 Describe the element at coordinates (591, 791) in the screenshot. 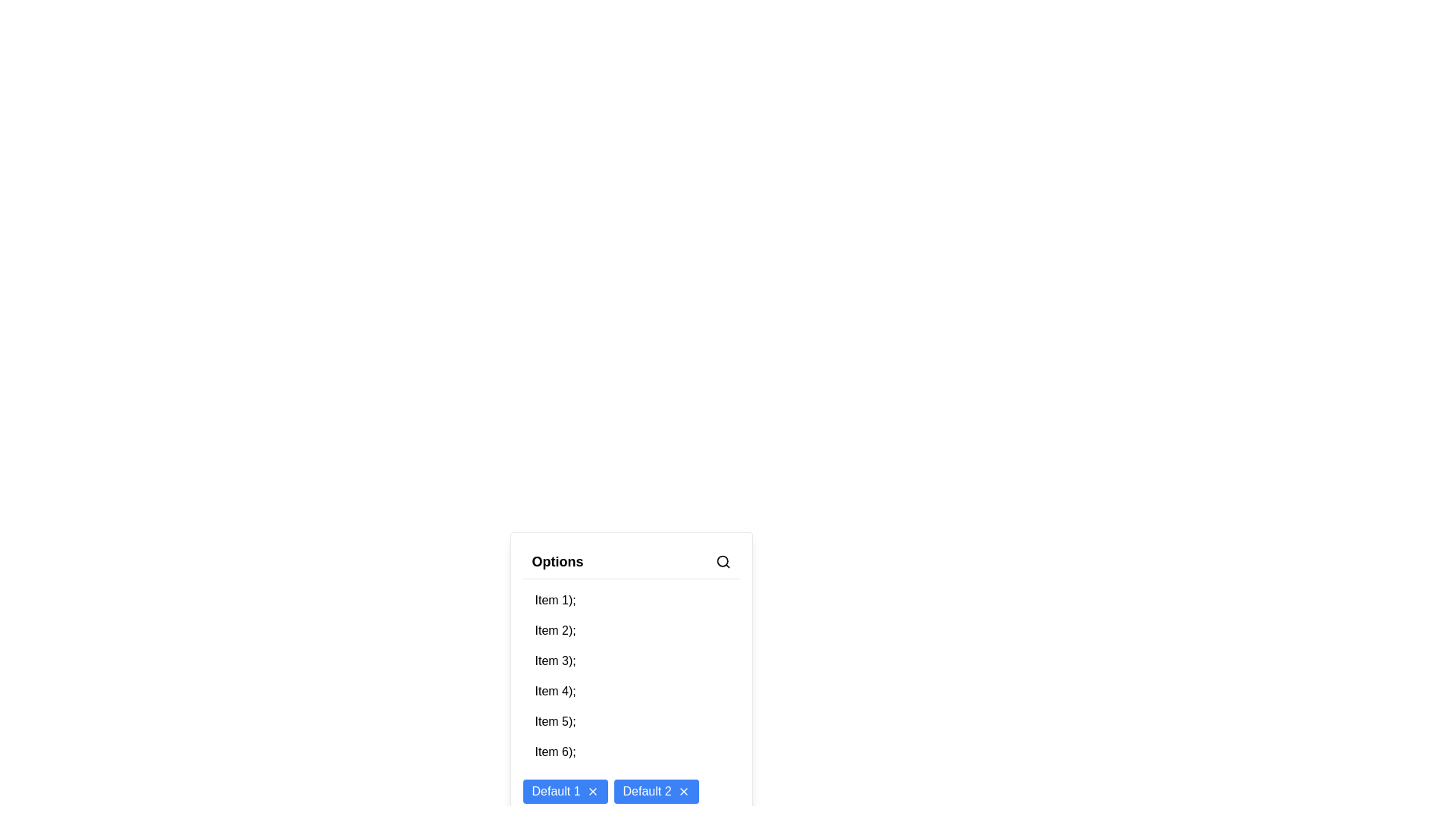

I see `the icon button located inside the 'Default 1' button` at that location.